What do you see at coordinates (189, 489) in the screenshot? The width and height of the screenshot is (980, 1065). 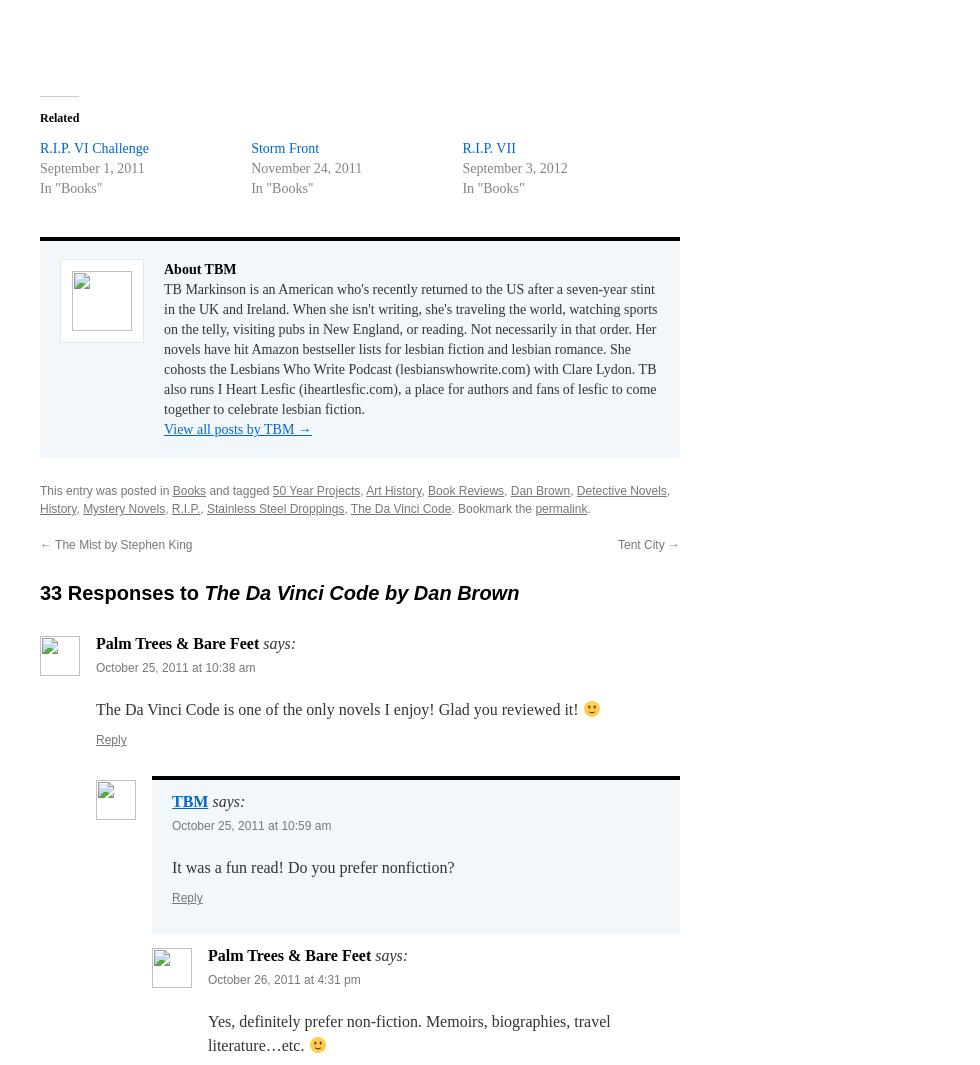 I see `'Books'` at bounding box center [189, 489].